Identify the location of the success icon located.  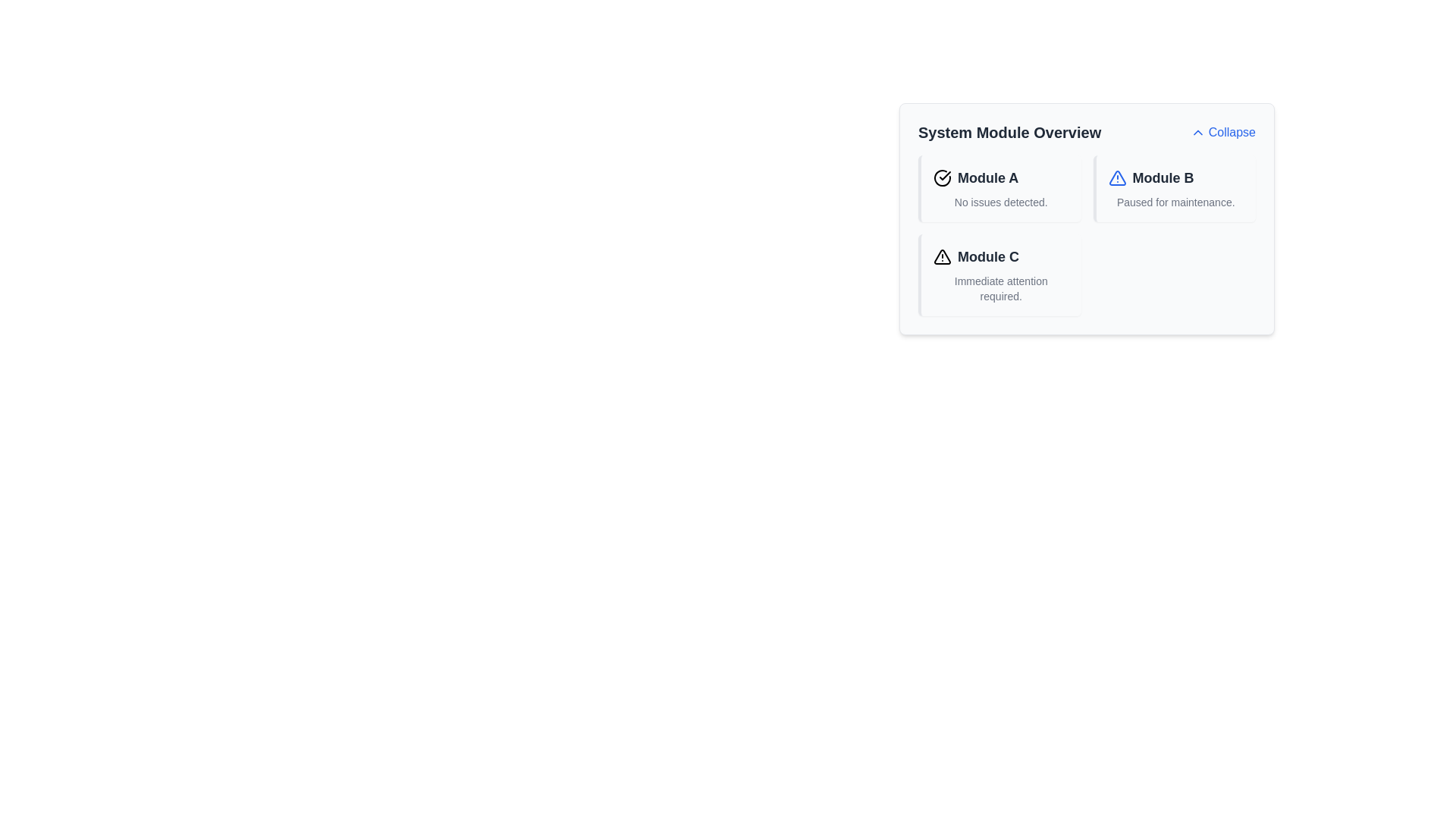
(942, 177).